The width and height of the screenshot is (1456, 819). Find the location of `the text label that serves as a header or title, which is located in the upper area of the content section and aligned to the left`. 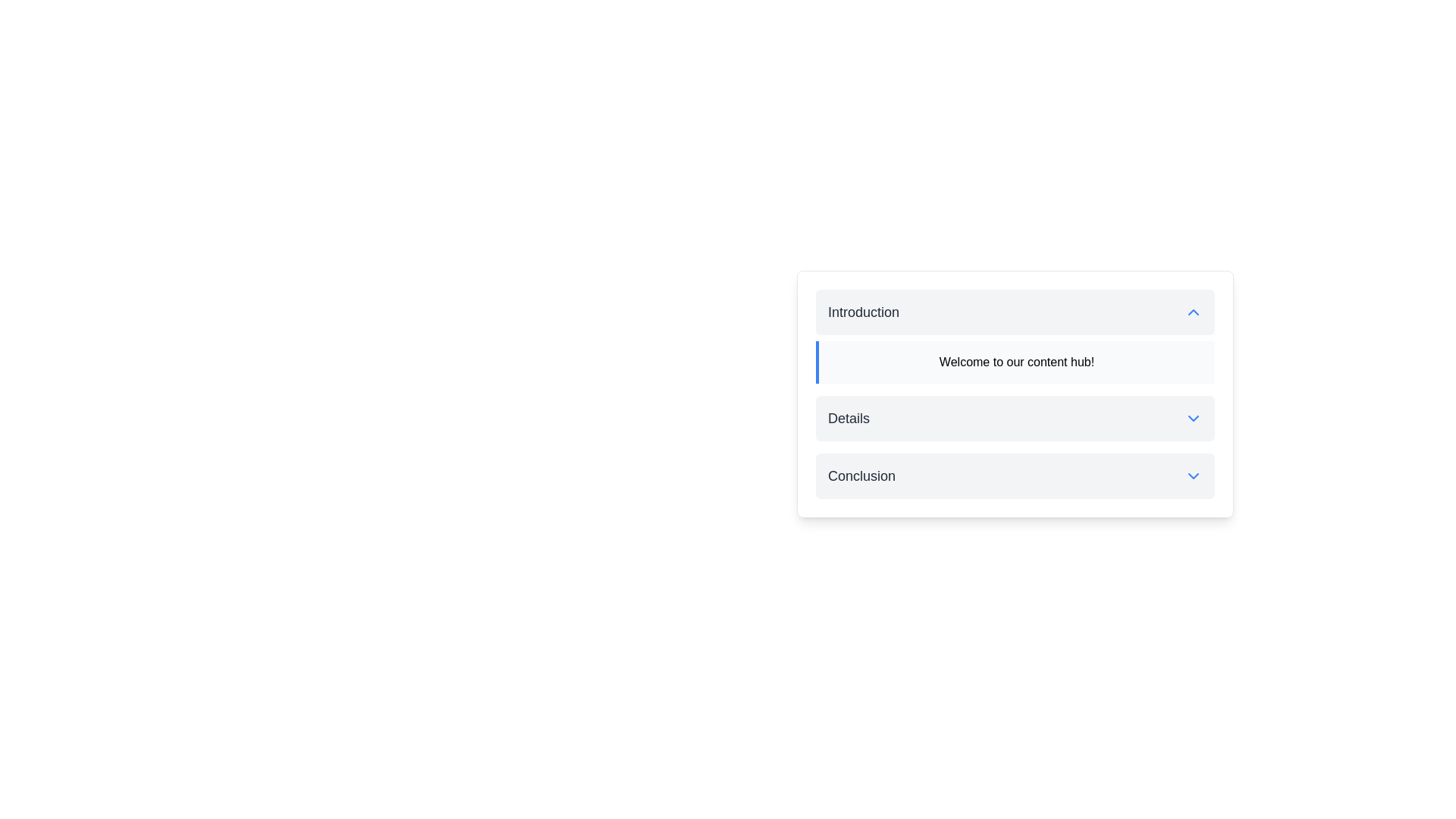

the text label that serves as a header or title, which is located in the upper area of the content section and aligned to the left is located at coordinates (863, 312).